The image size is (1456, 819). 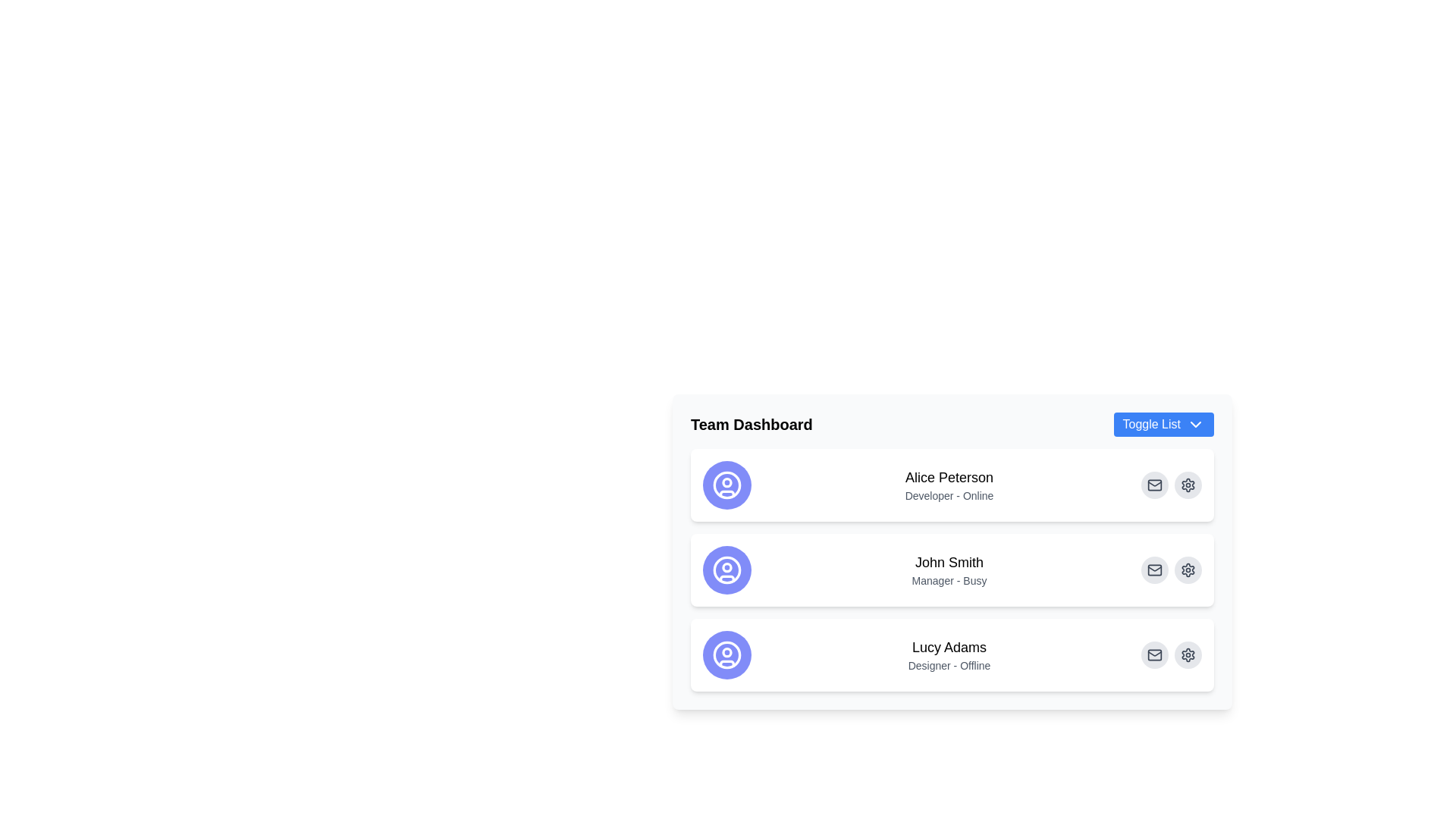 I want to click on the email icon located to the right of 'John Smith' in the list to facilitate email communication actions, so click(x=1153, y=570).